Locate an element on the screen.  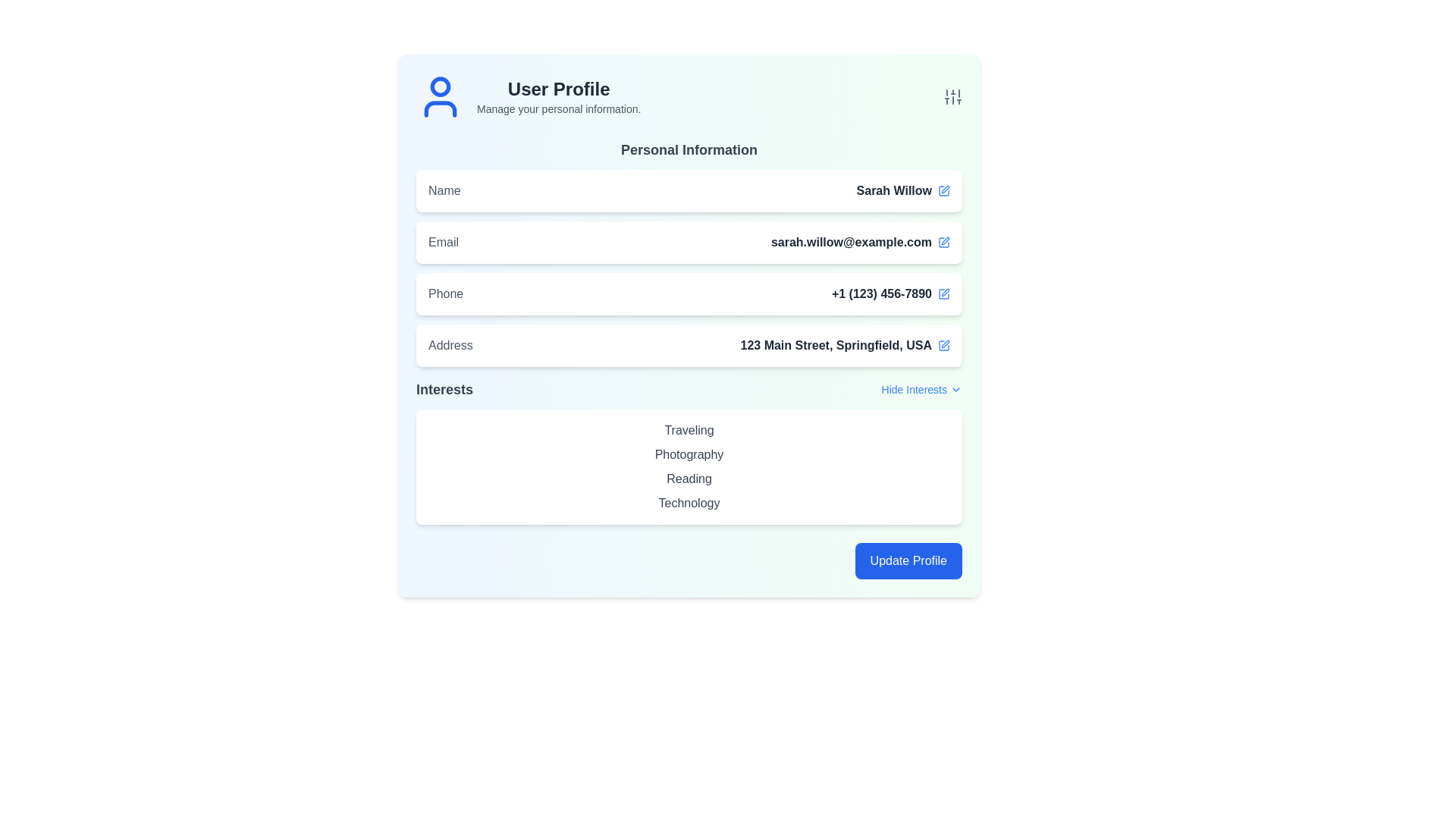
the Edit icon button, which is a small blue square resembling a pen, located to the right of the Address field text '123 Main Street, Springfield, USA' is located at coordinates (943, 345).